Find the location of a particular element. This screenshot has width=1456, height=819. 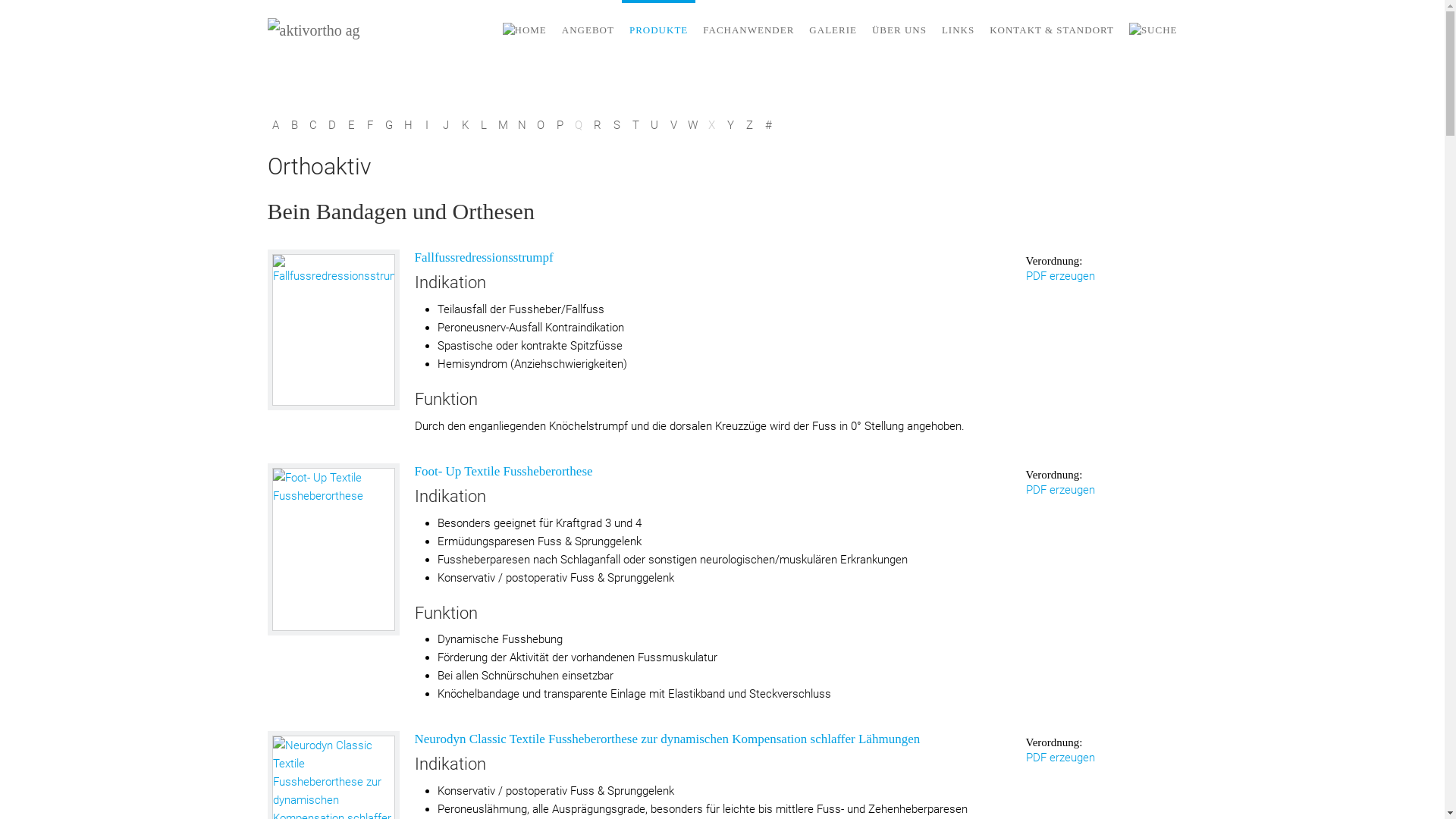

'N' is located at coordinates (513, 124).